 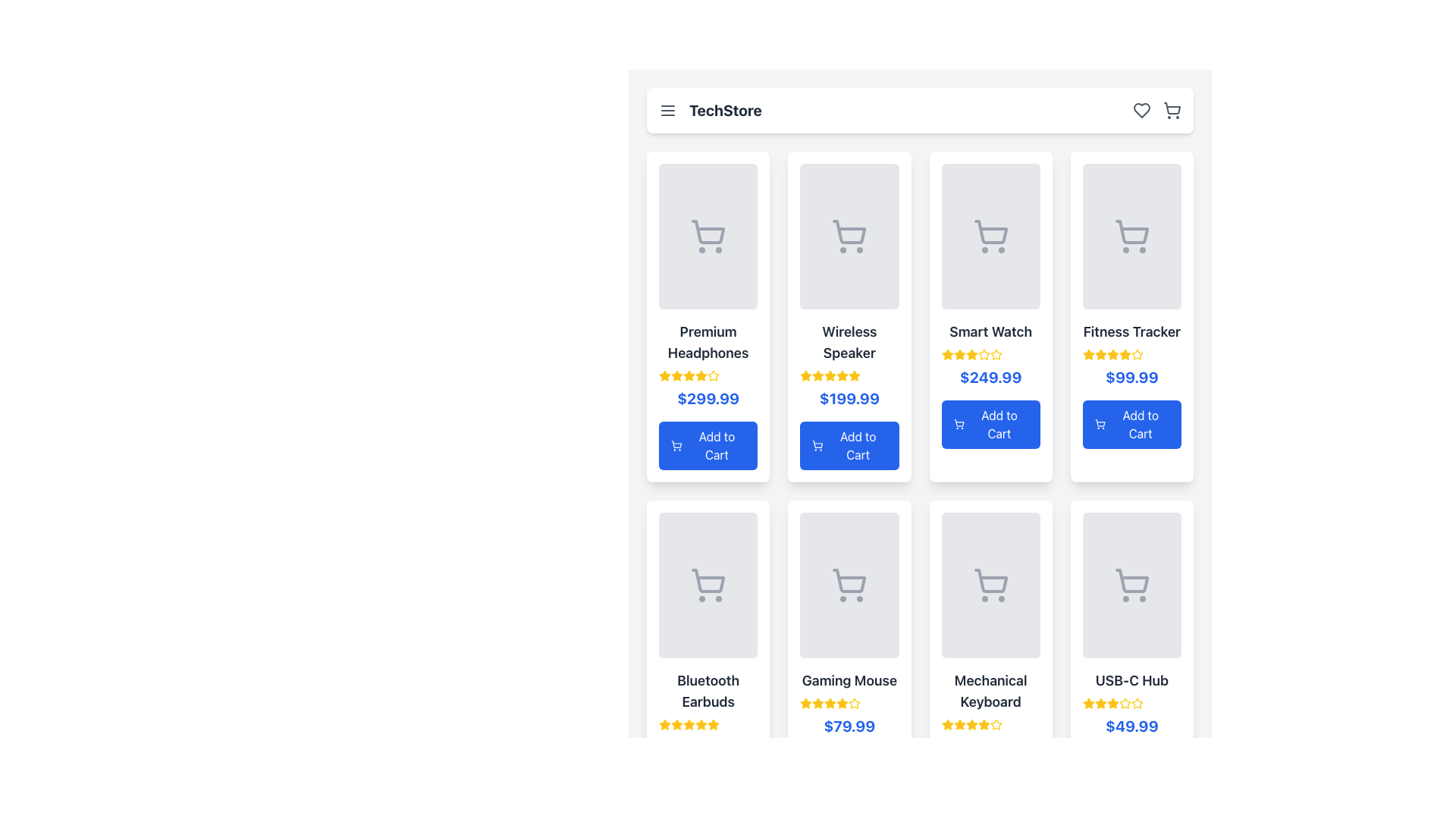 I want to click on the third star icon in the rating component for the product titled 'Smart Watch', located in the second row, third column of the product grid, so click(x=996, y=354).